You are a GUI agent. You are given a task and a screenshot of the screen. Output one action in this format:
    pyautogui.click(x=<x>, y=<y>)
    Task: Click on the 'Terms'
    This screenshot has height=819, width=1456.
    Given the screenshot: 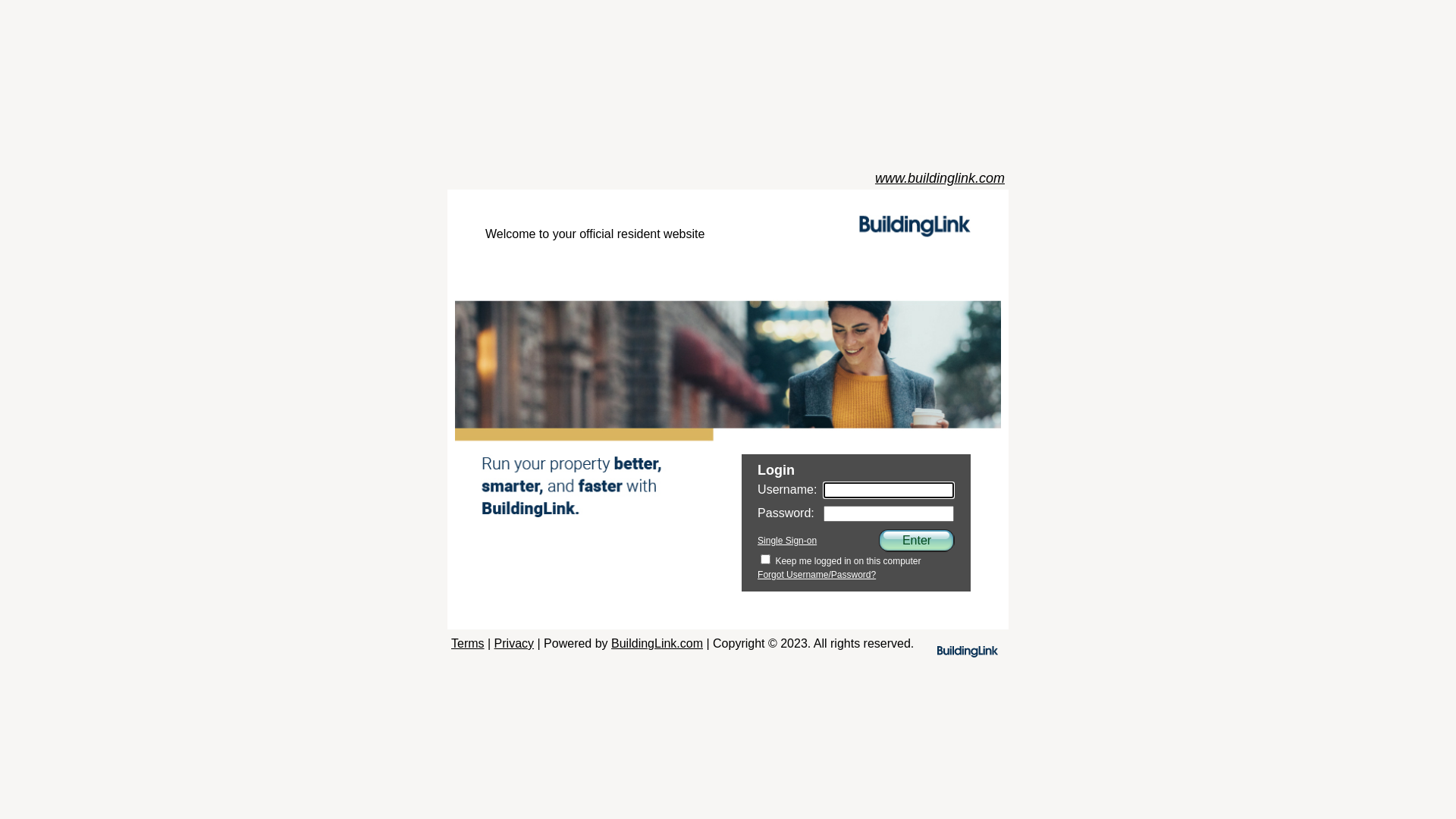 What is the action you would take?
    pyautogui.click(x=467, y=643)
    